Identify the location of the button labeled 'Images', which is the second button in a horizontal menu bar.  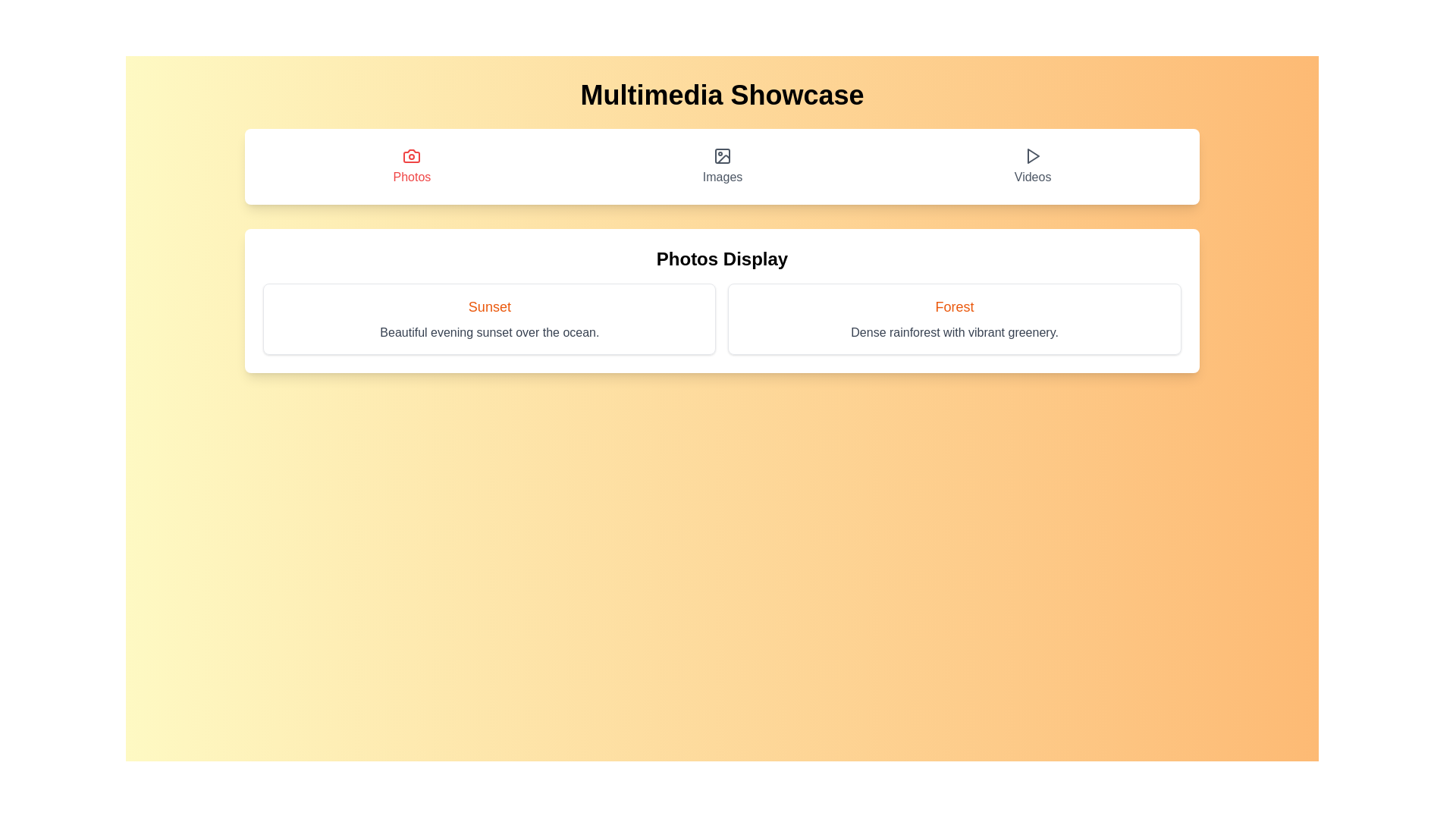
(722, 166).